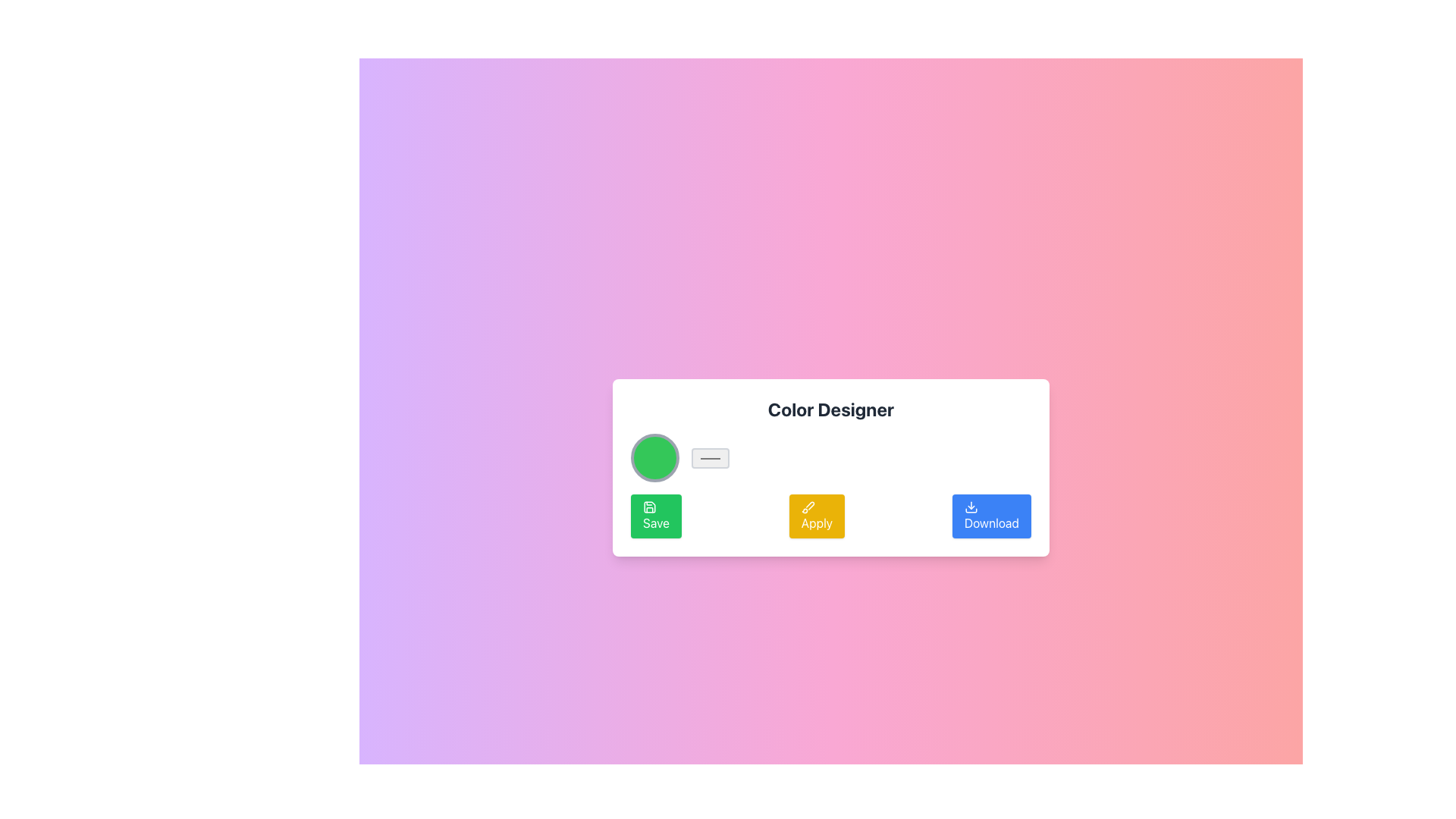 The image size is (1456, 819). What do you see at coordinates (830, 516) in the screenshot?
I see `the 'Apply' button, which has a yellow background and white text, located below the 'Color Designer' section` at bounding box center [830, 516].